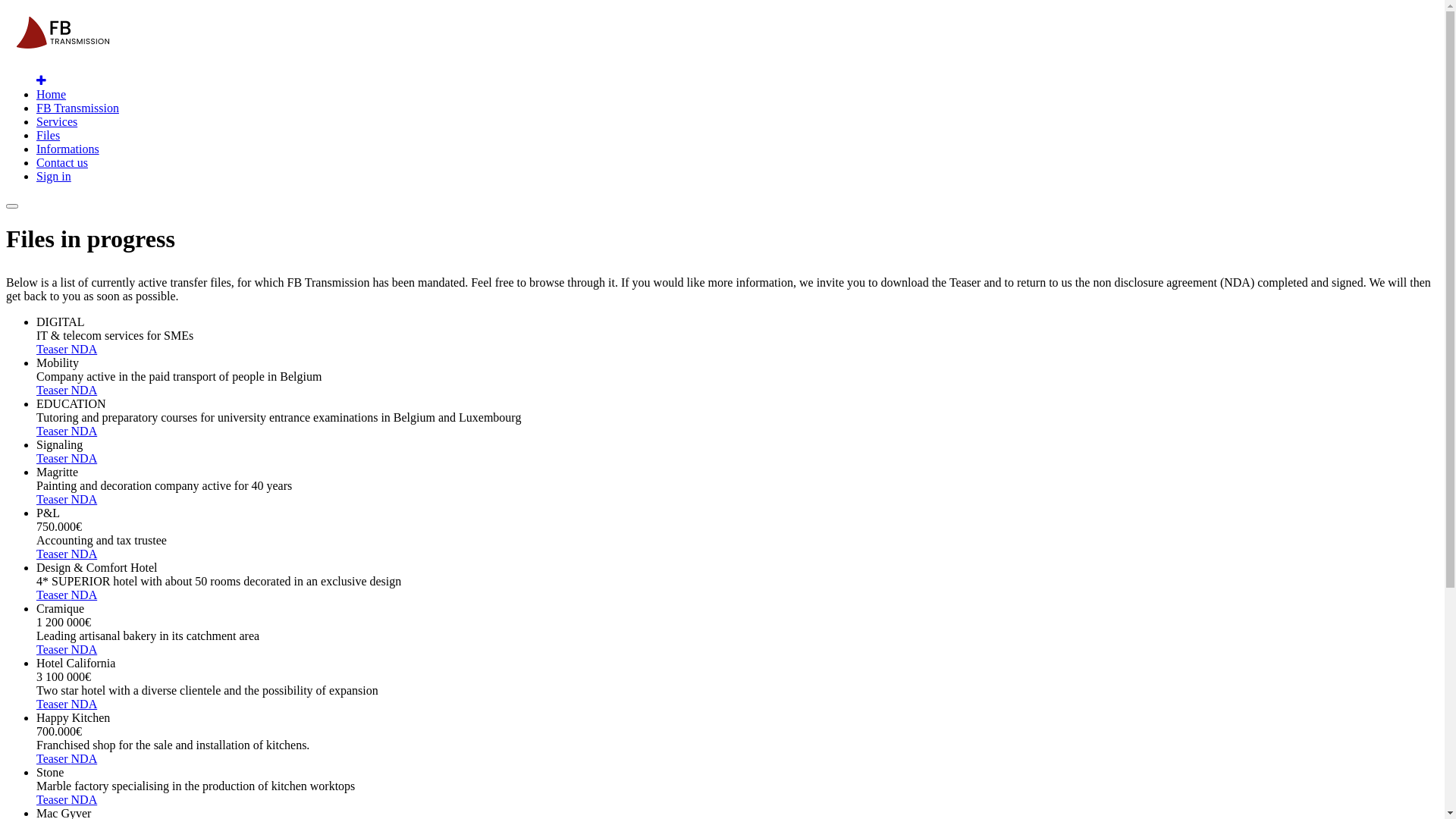 The width and height of the screenshot is (1456, 819). What do you see at coordinates (83, 554) in the screenshot?
I see `'NDA'` at bounding box center [83, 554].